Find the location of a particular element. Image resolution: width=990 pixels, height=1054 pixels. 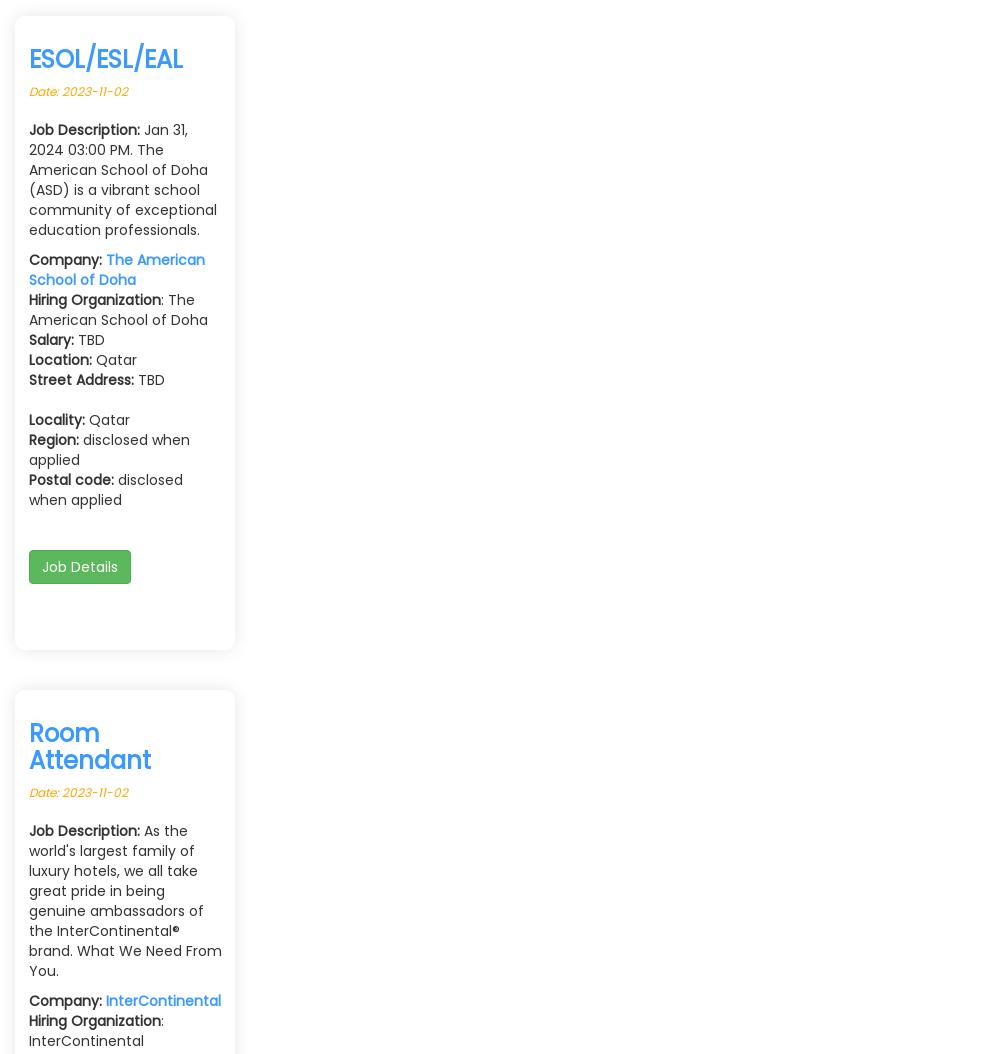

'Region:' is located at coordinates (53, 440).